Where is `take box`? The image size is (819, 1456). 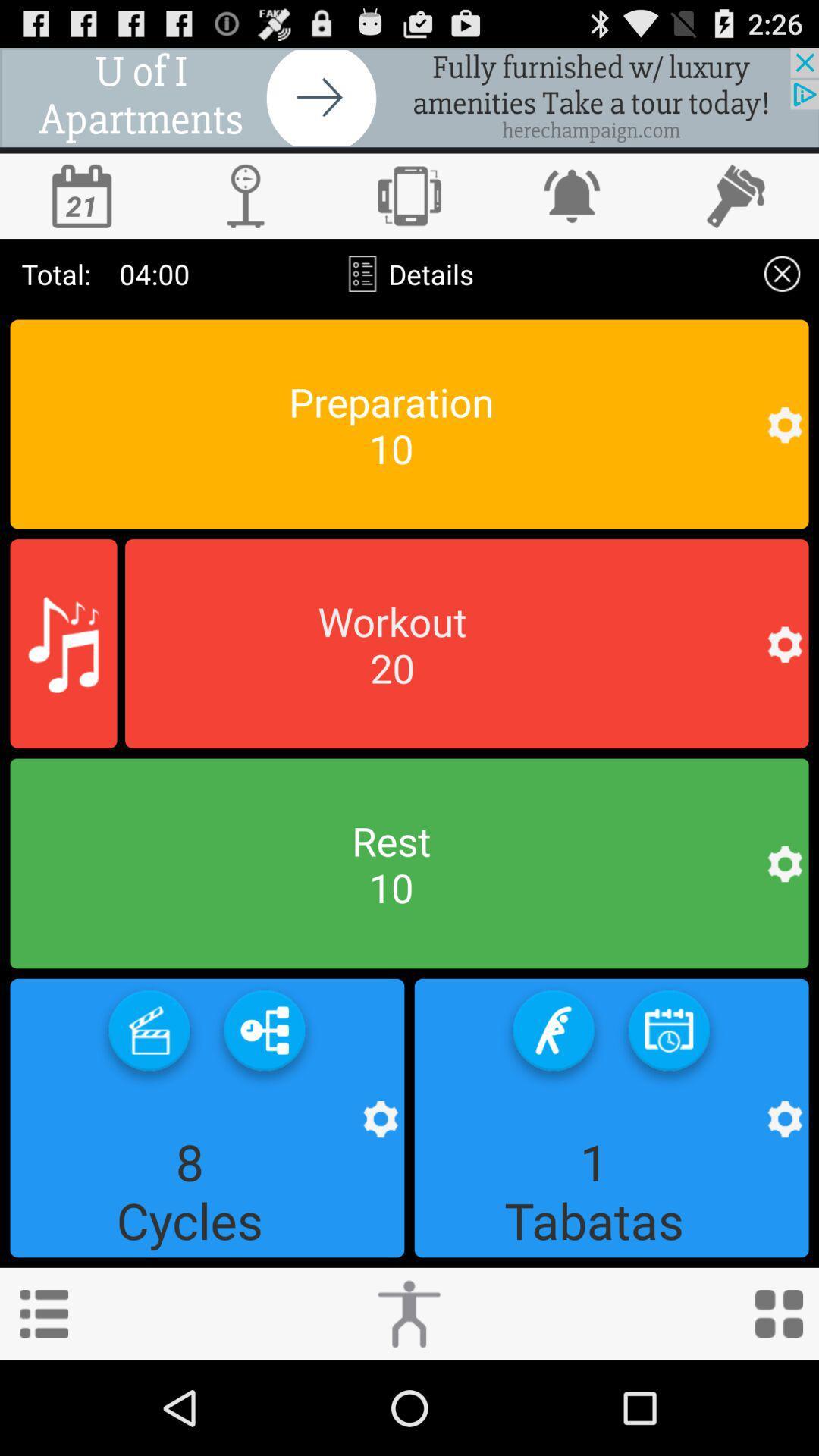 take box is located at coordinates (149, 1035).